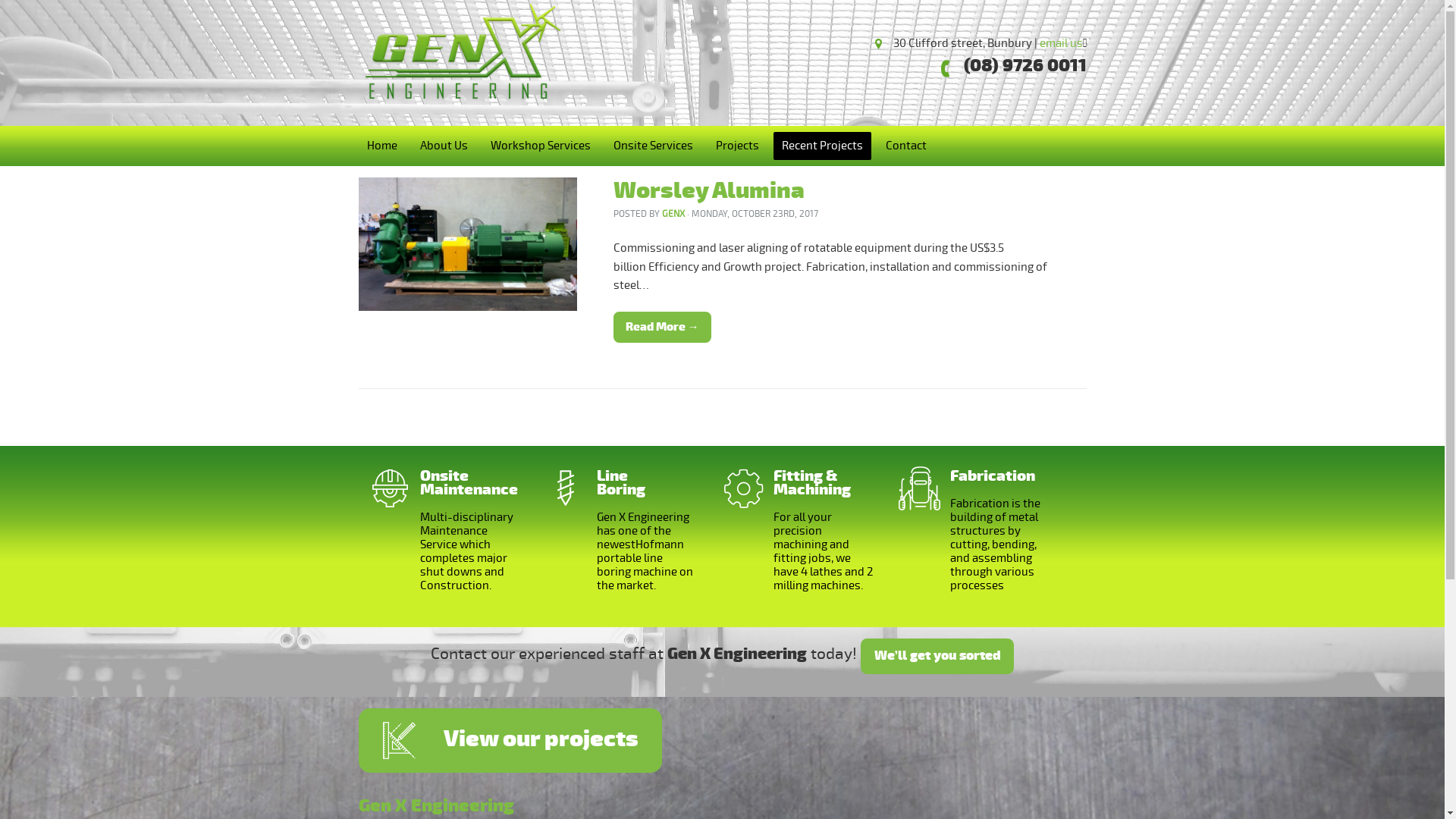  I want to click on 'Recent Projects', so click(821, 146).